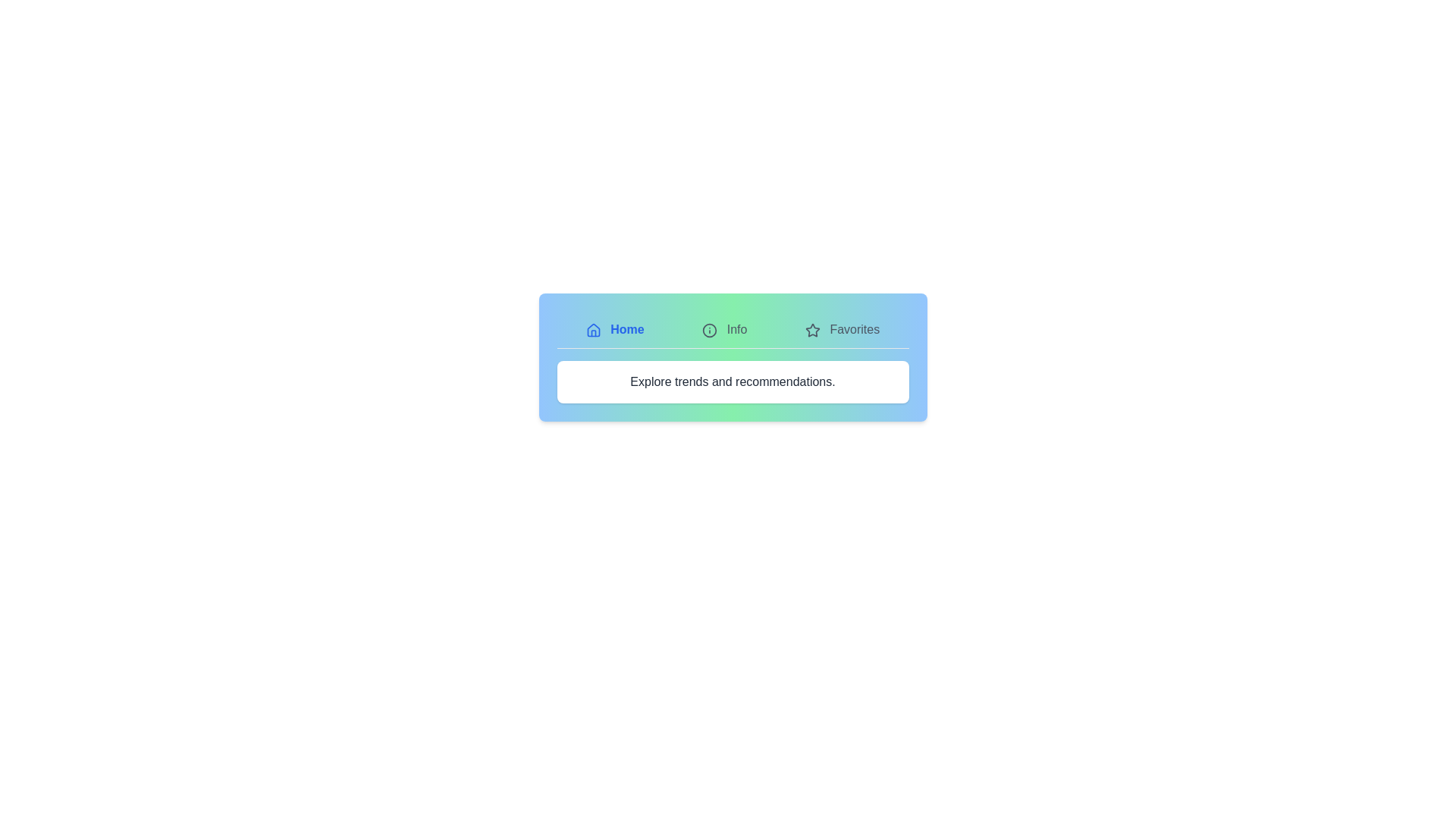  What do you see at coordinates (723, 329) in the screenshot?
I see `the tab labeled Info` at bounding box center [723, 329].